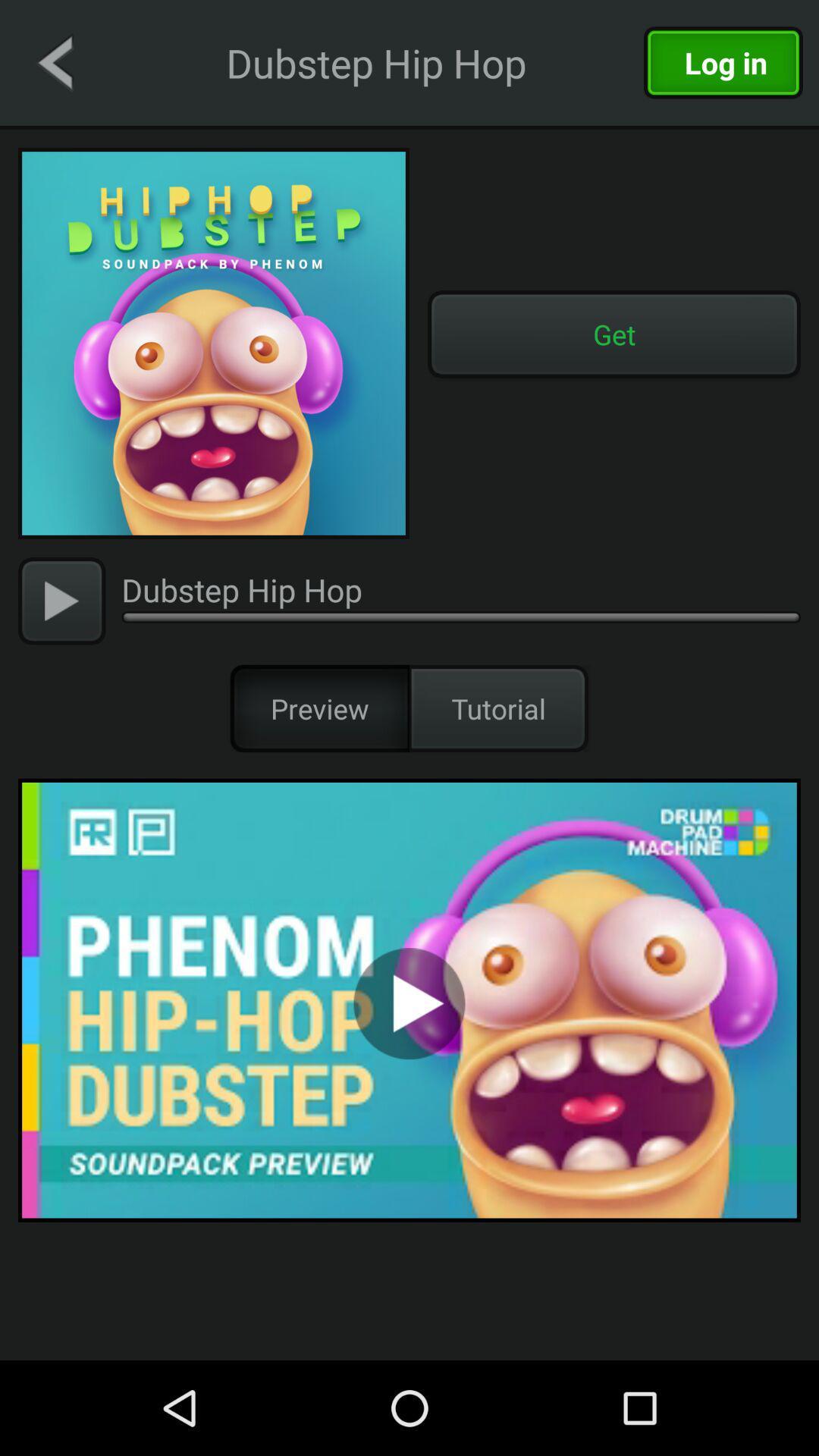 The height and width of the screenshot is (1456, 819). What do you see at coordinates (54, 61) in the screenshot?
I see `previous` at bounding box center [54, 61].